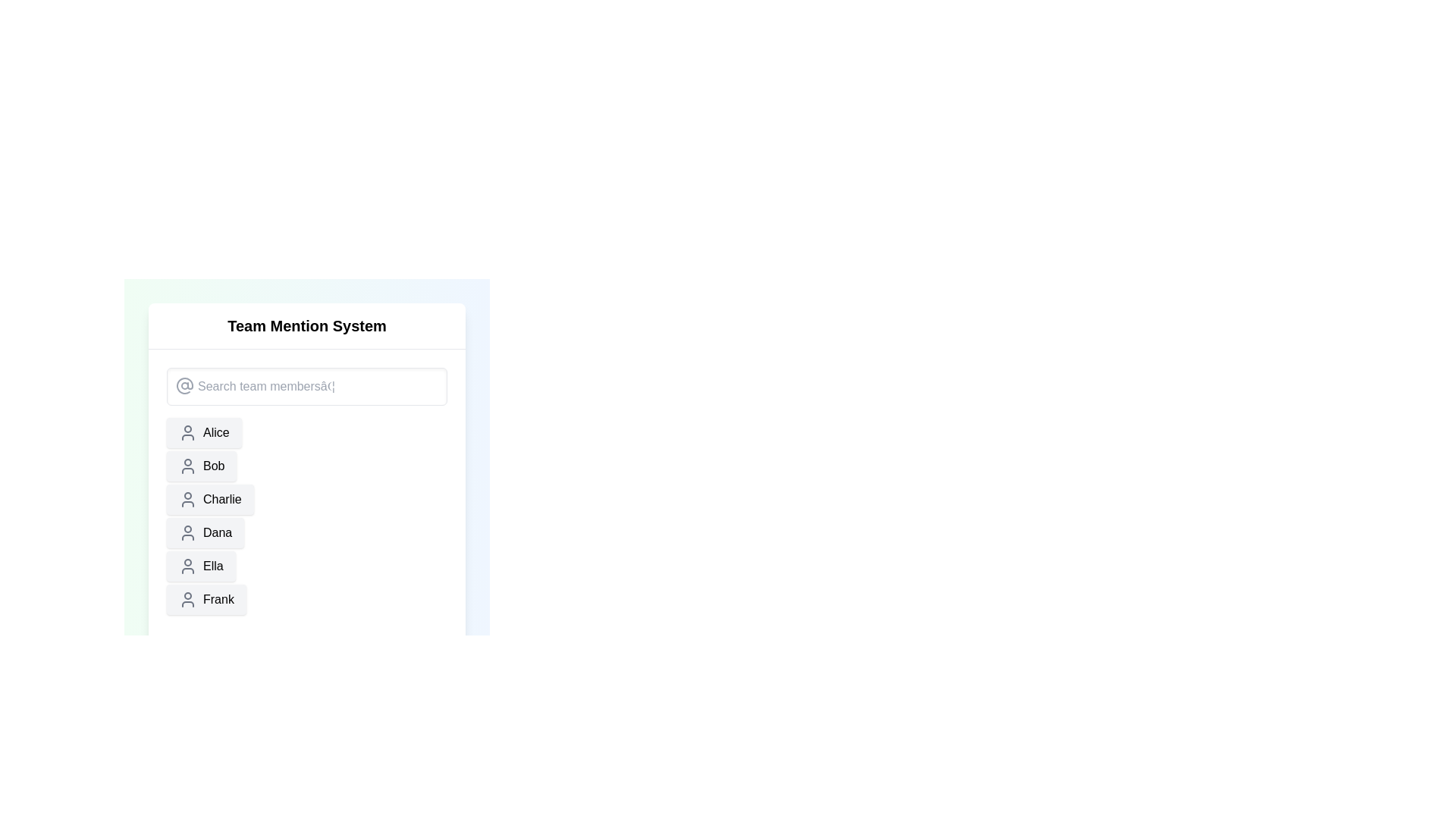 Image resolution: width=1456 pixels, height=819 pixels. I want to click on the first button in the vertical list containing the text 'Alice' and a gray user icon, located below the 'Search team members' input box, so click(203, 432).